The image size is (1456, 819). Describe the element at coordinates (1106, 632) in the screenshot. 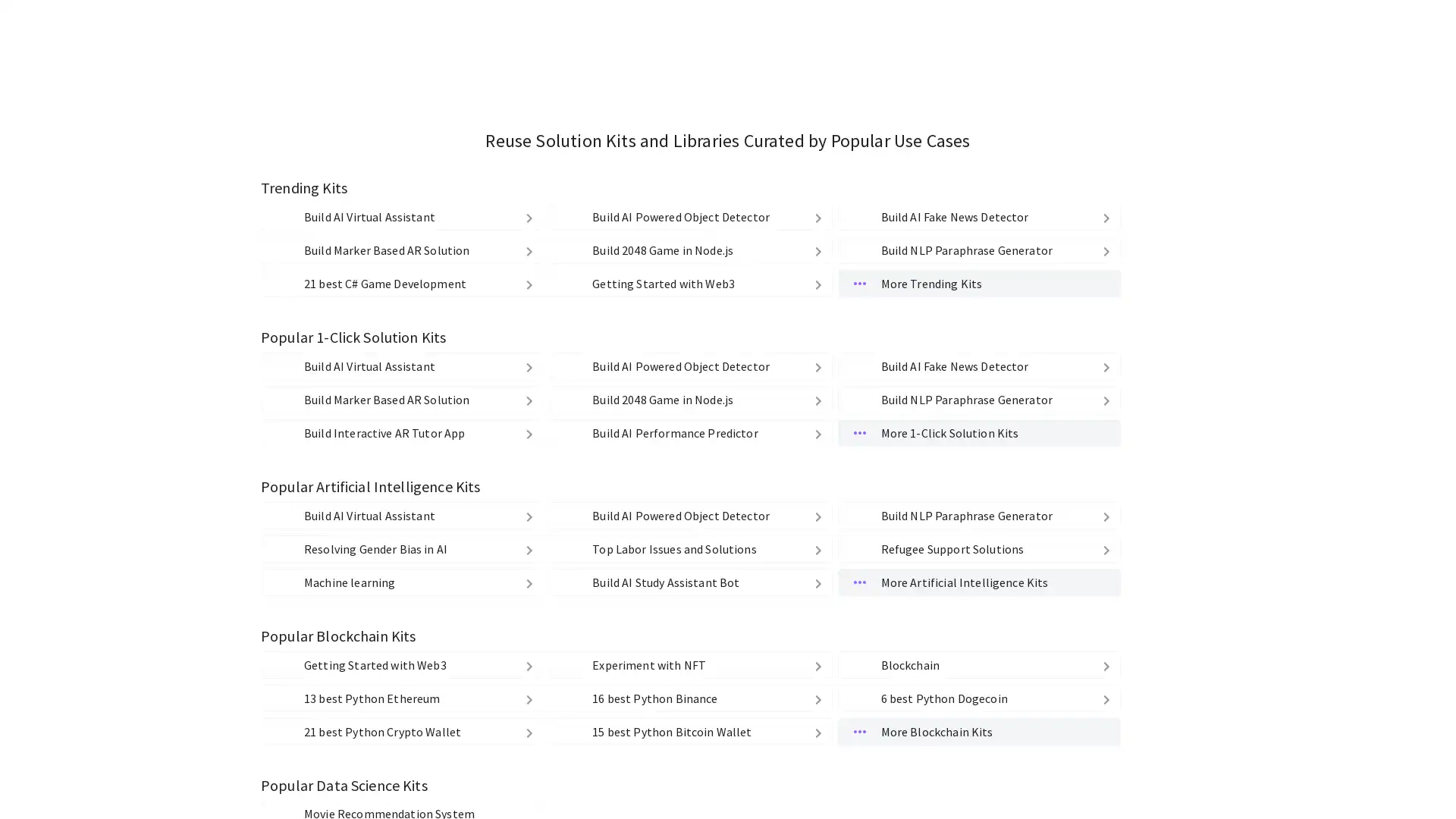

I see `delete` at that location.